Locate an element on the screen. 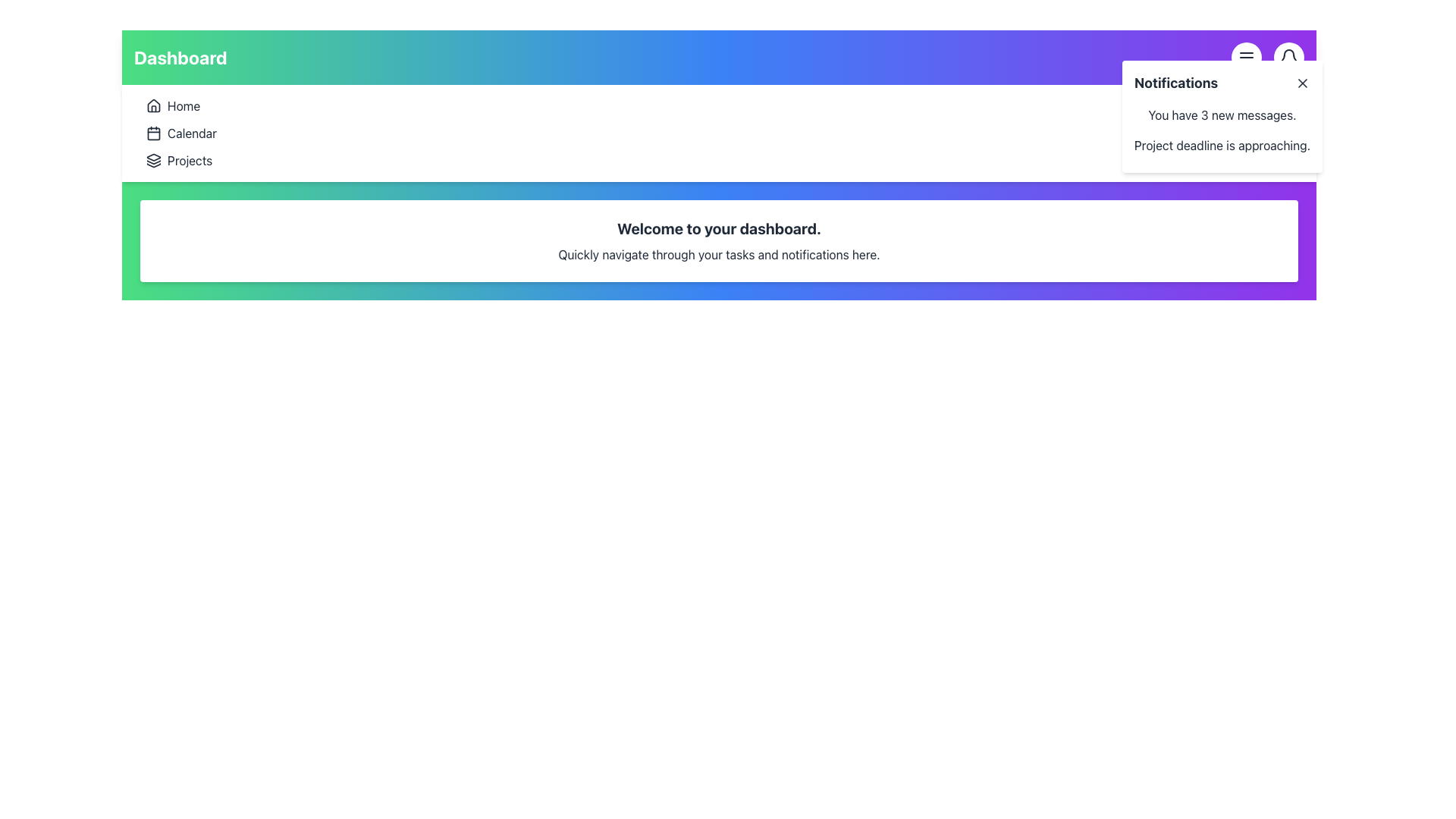  the close button on the top-right side of the notification panel is located at coordinates (1302, 83).